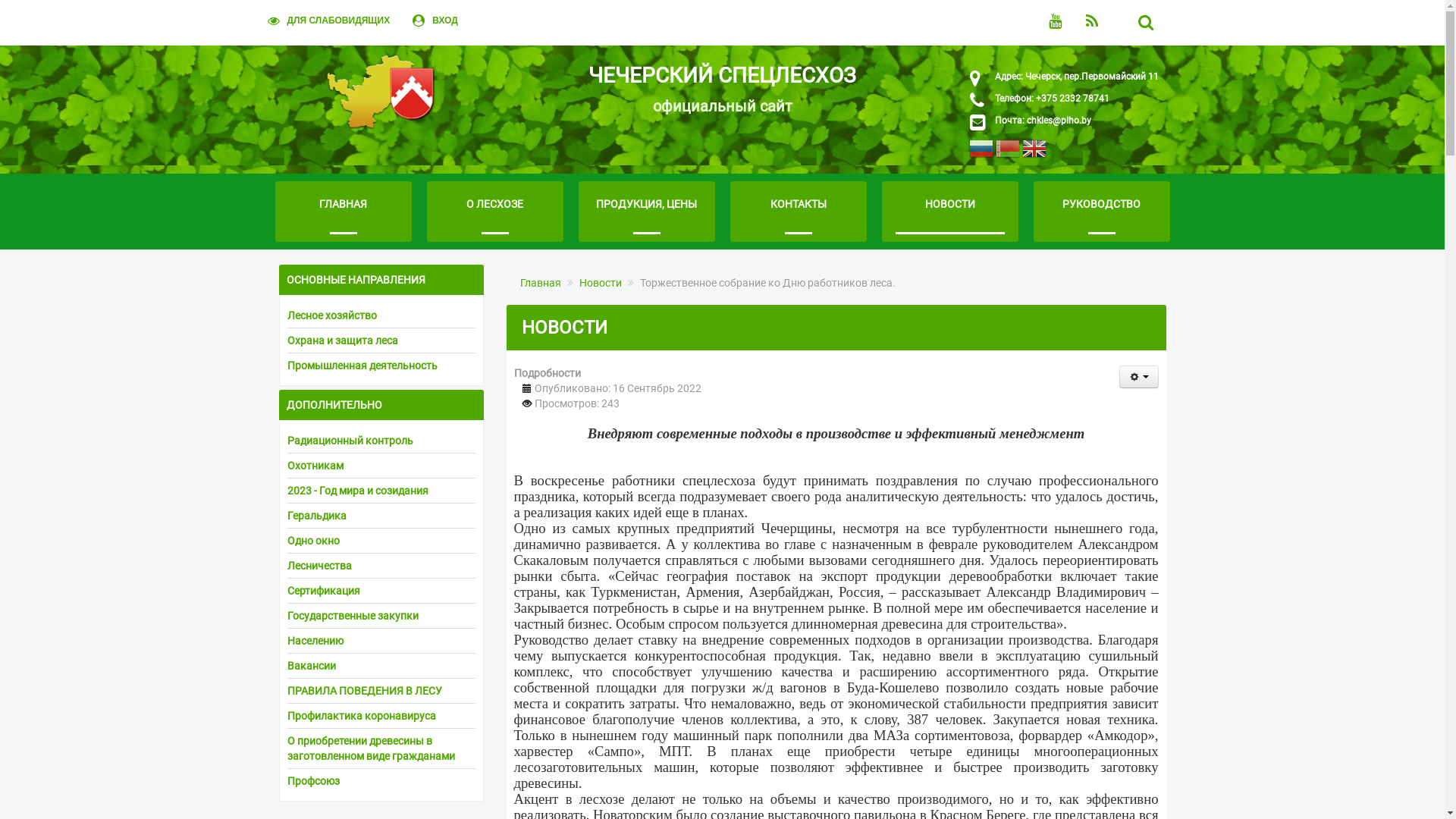  I want to click on 'Belarusian', so click(1007, 152).